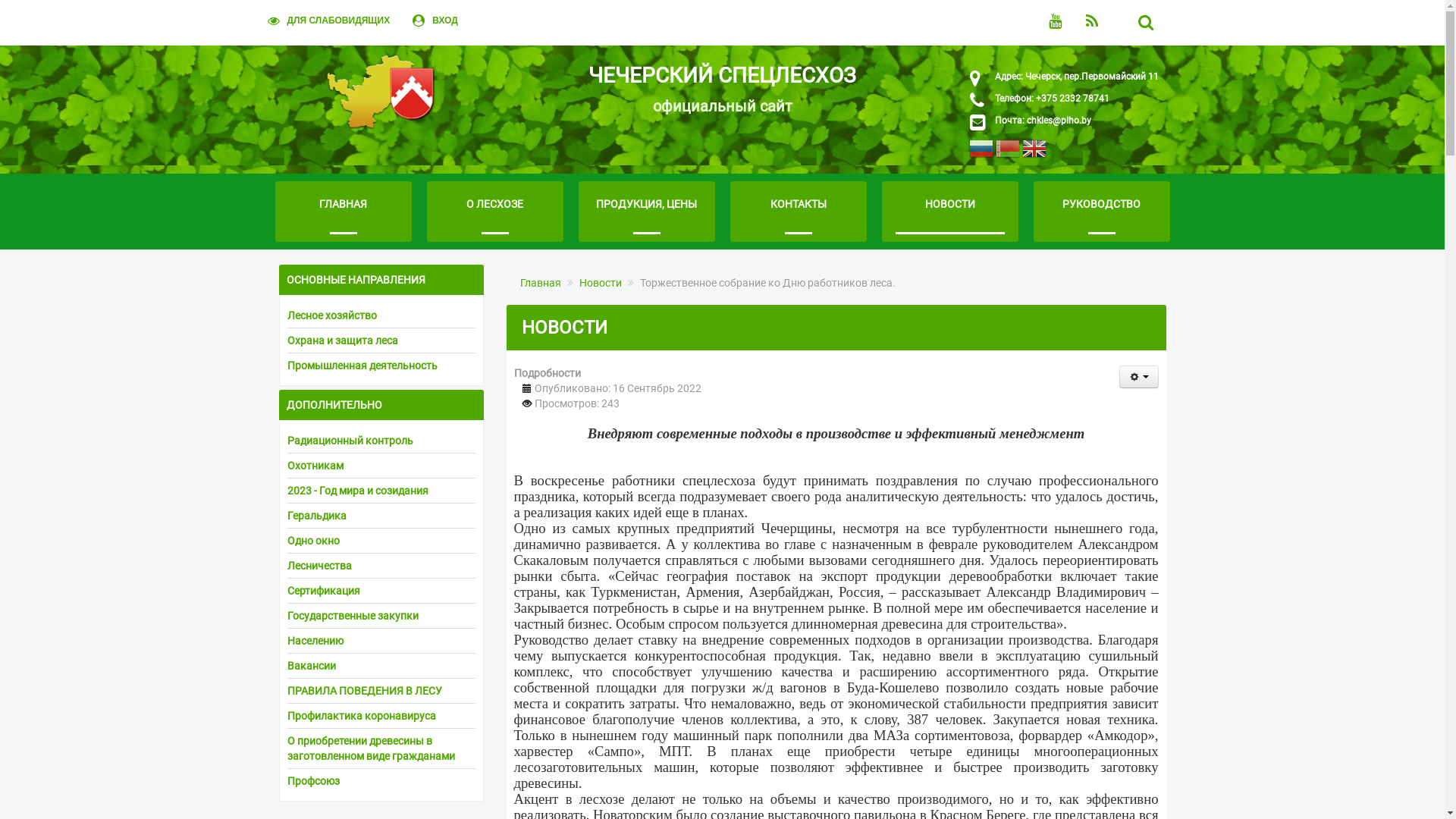  I want to click on 'Belarusian', so click(1007, 152).